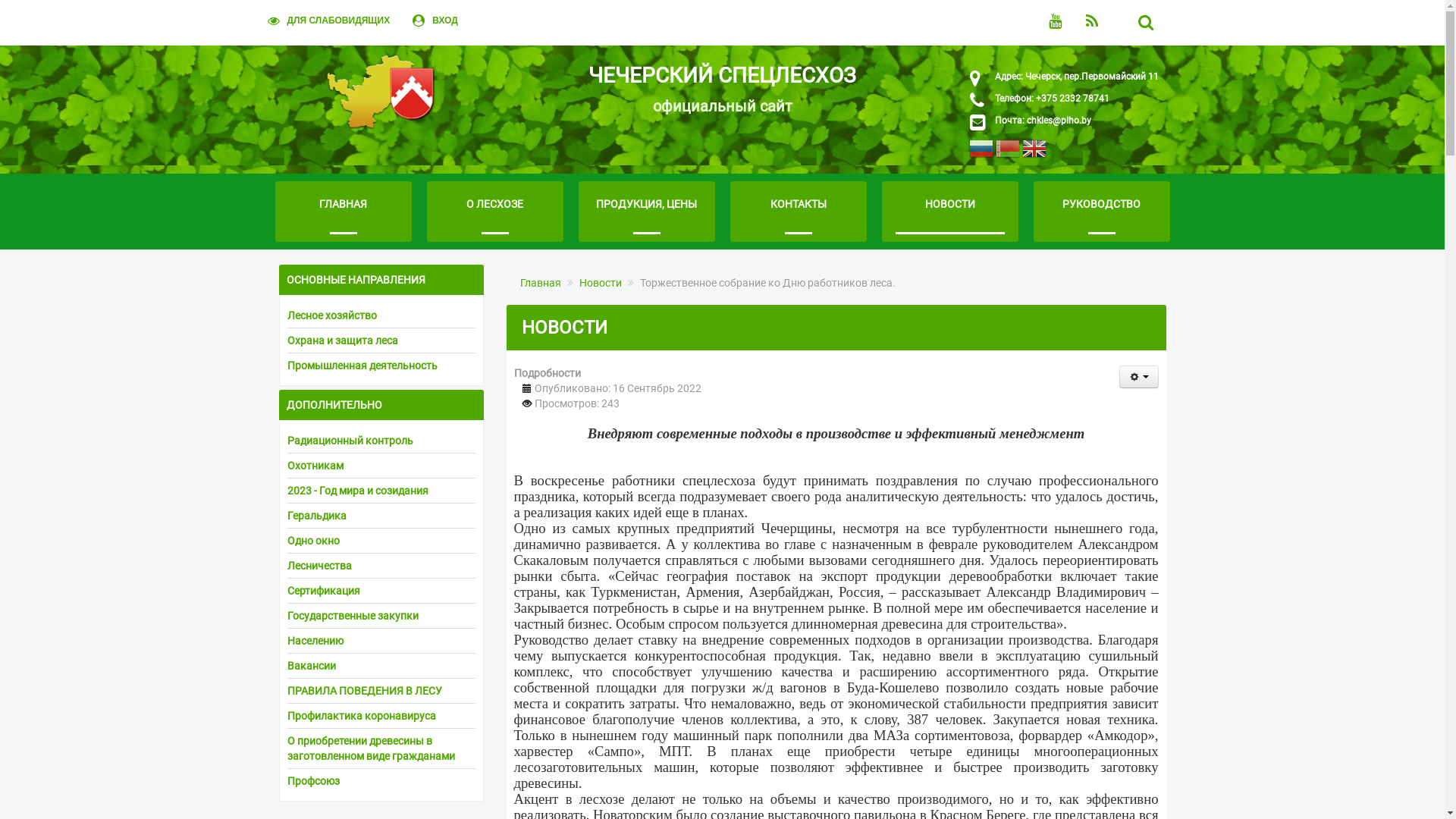  I want to click on 'Belarusian', so click(1007, 152).